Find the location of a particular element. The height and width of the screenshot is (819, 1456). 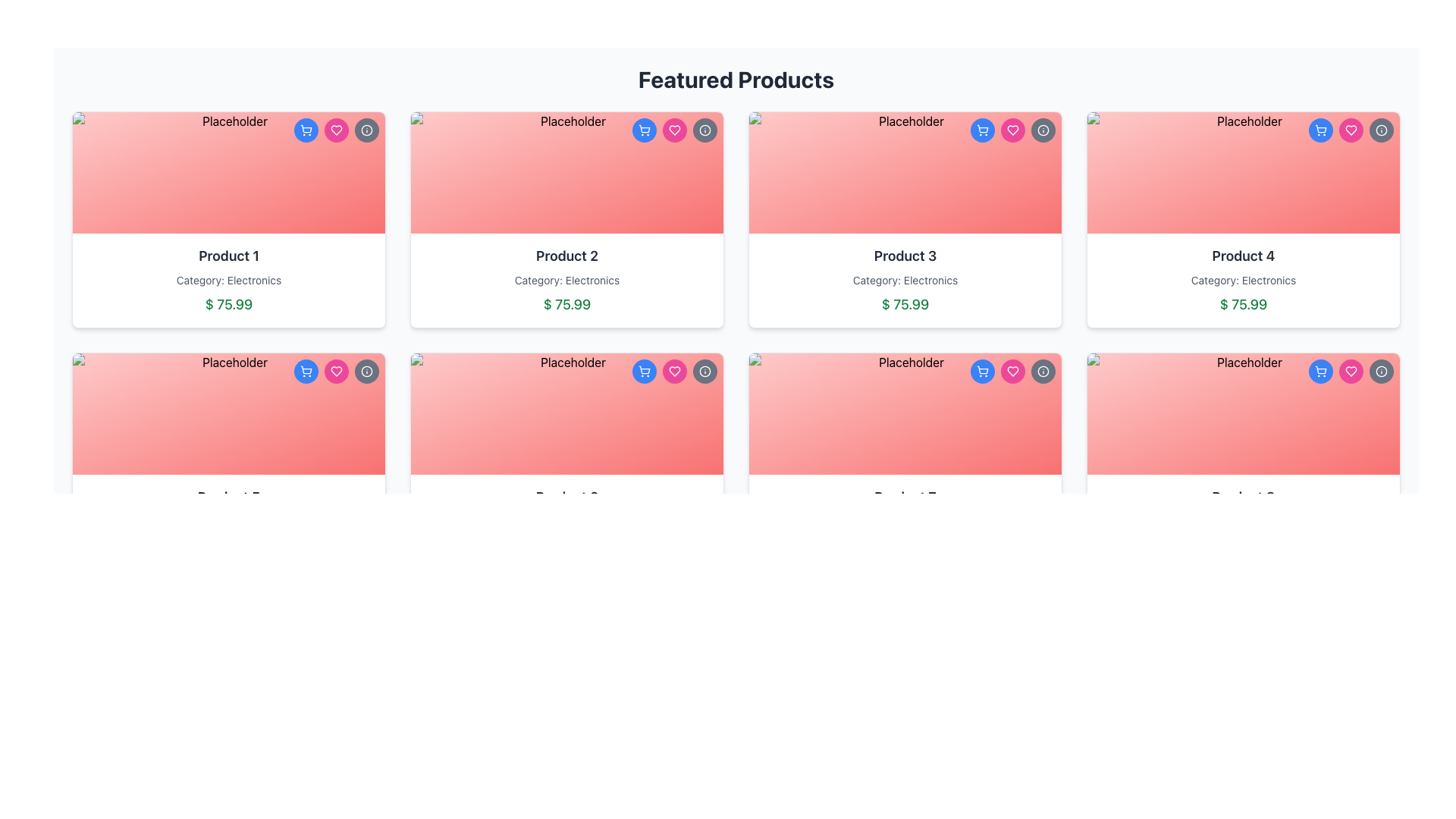

the price text '$ 75.99' displayed in a large, bold green font beneath 'Category: Electronics' in the 'Product 2' card is located at coordinates (566, 304).